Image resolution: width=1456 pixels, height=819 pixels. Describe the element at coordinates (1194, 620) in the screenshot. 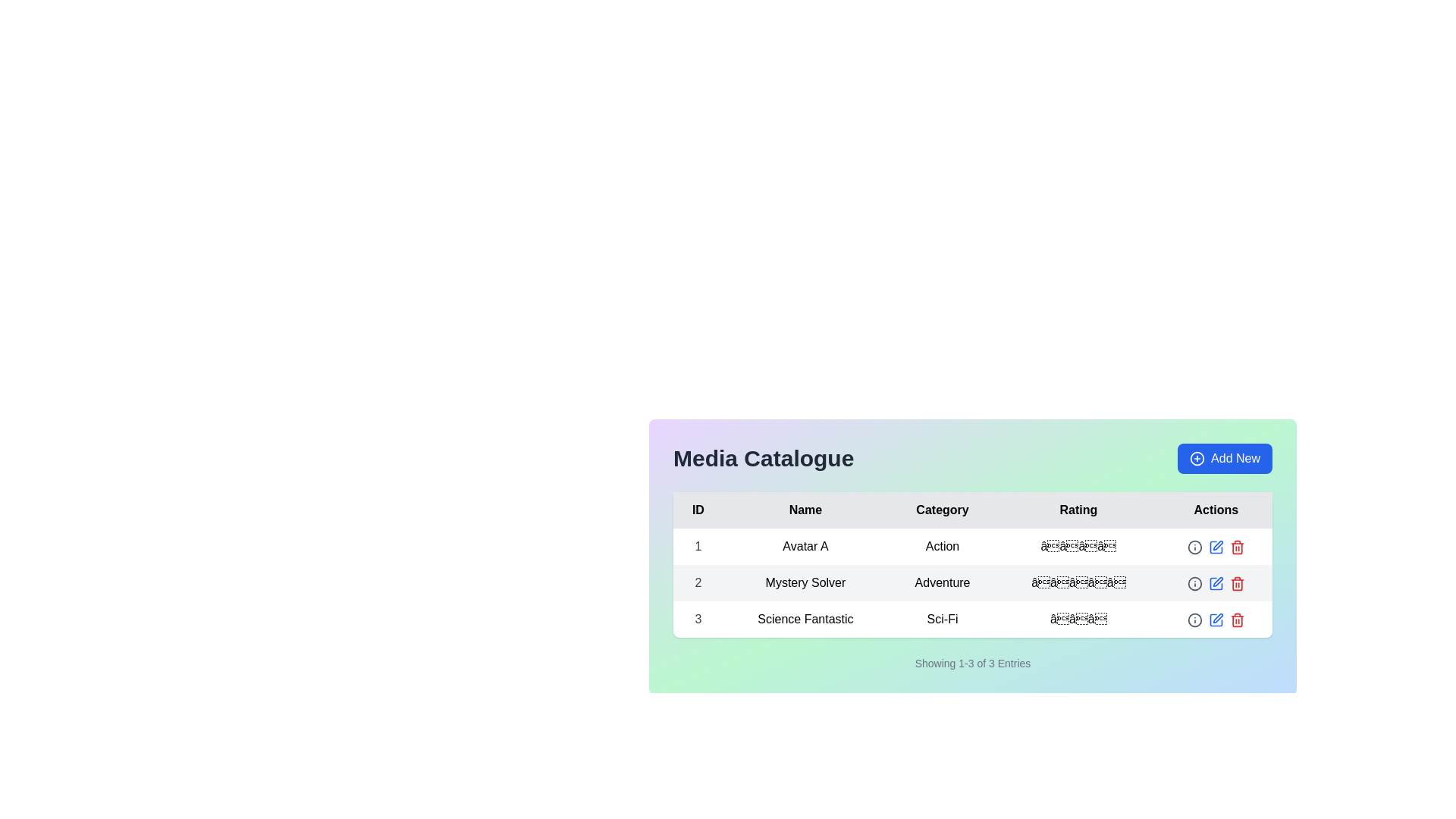

I see `the informational icon in the 'Actions' column of the second row for the 'Adventure' category` at that location.